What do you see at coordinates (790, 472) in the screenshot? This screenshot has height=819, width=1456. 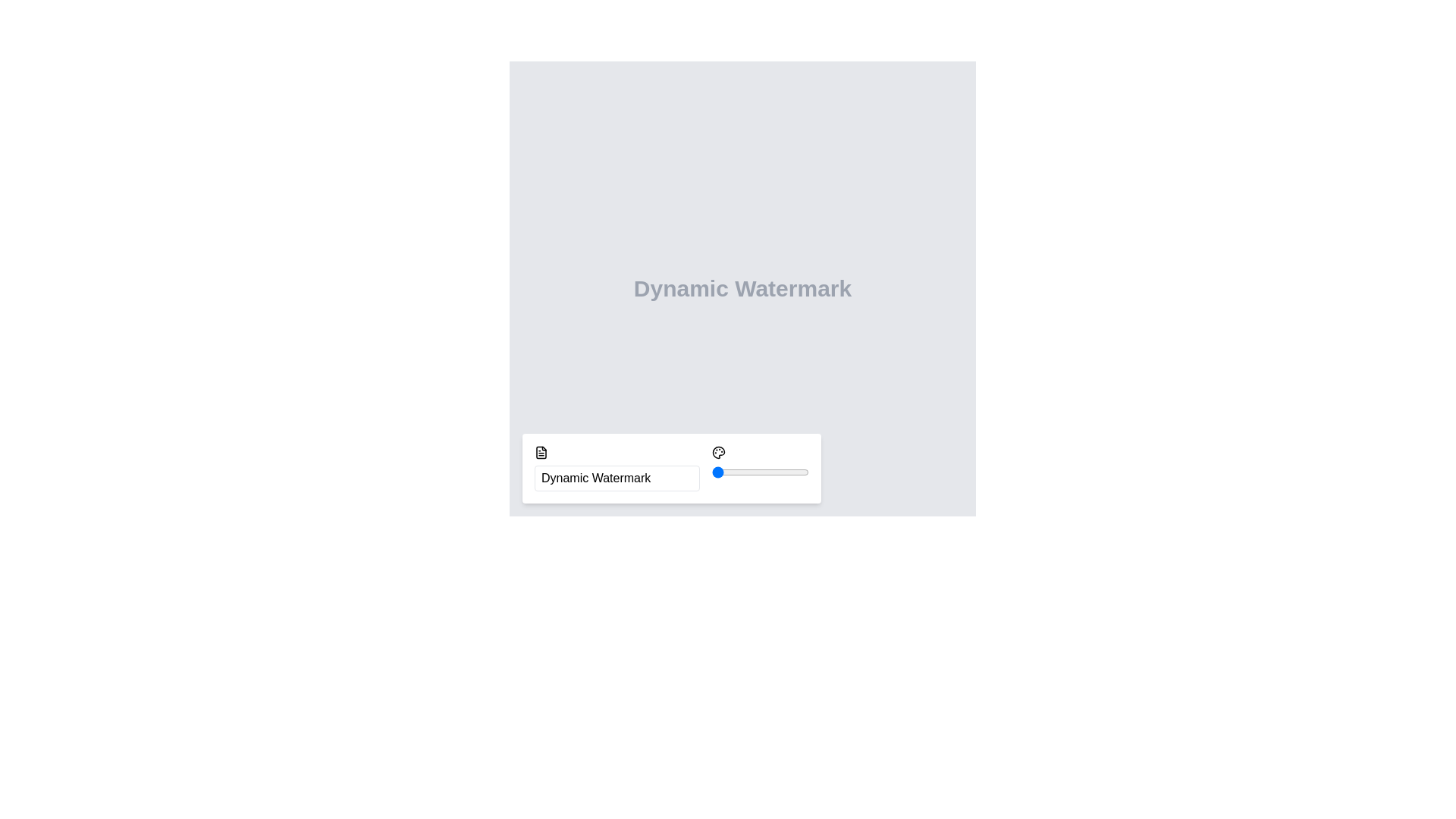 I see `rotation angle` at bounding box center [790, 472].